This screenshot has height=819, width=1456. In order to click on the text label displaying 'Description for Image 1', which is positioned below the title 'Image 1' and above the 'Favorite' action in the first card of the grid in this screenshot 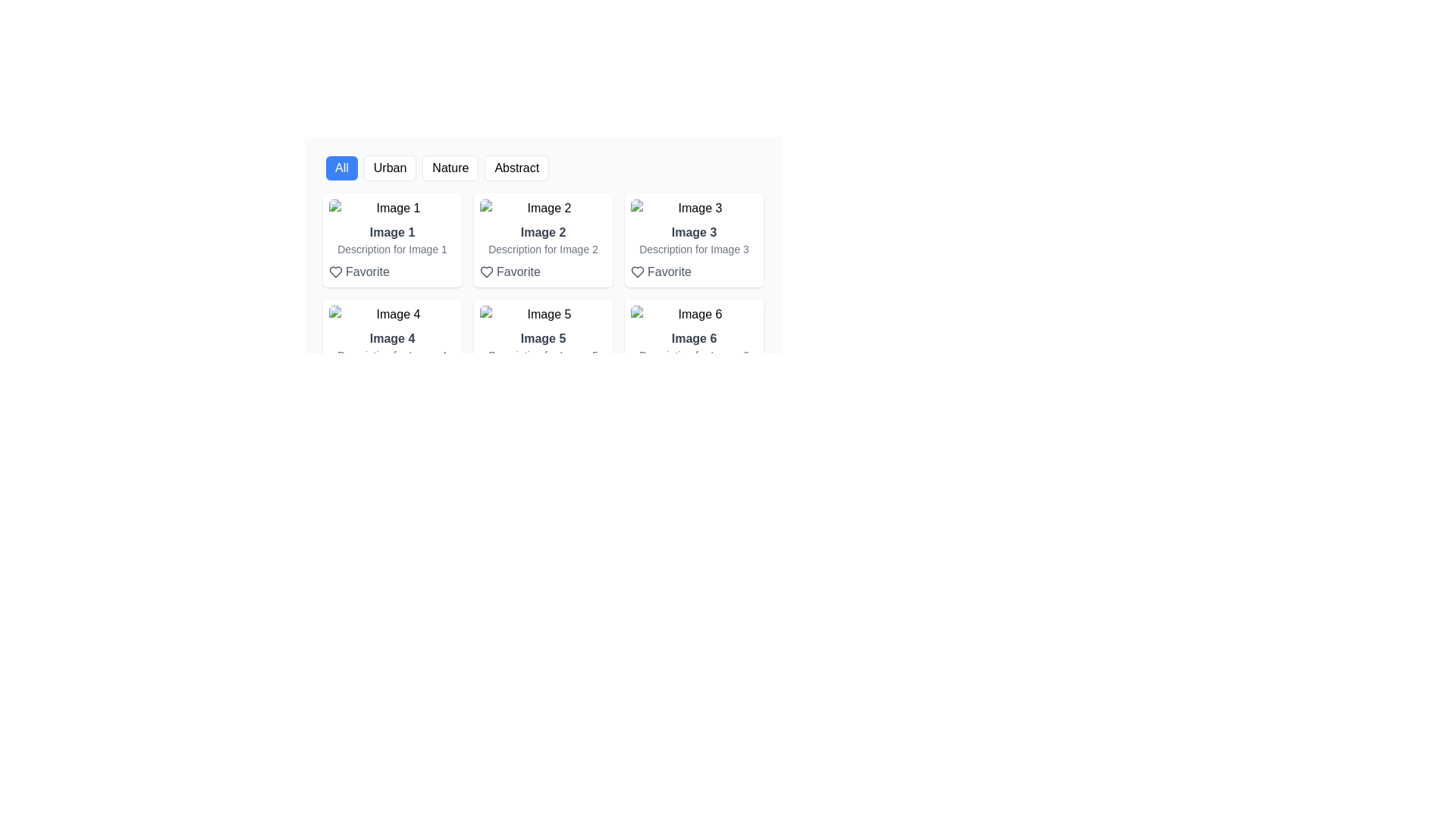, I will do `click(392, 248)`.